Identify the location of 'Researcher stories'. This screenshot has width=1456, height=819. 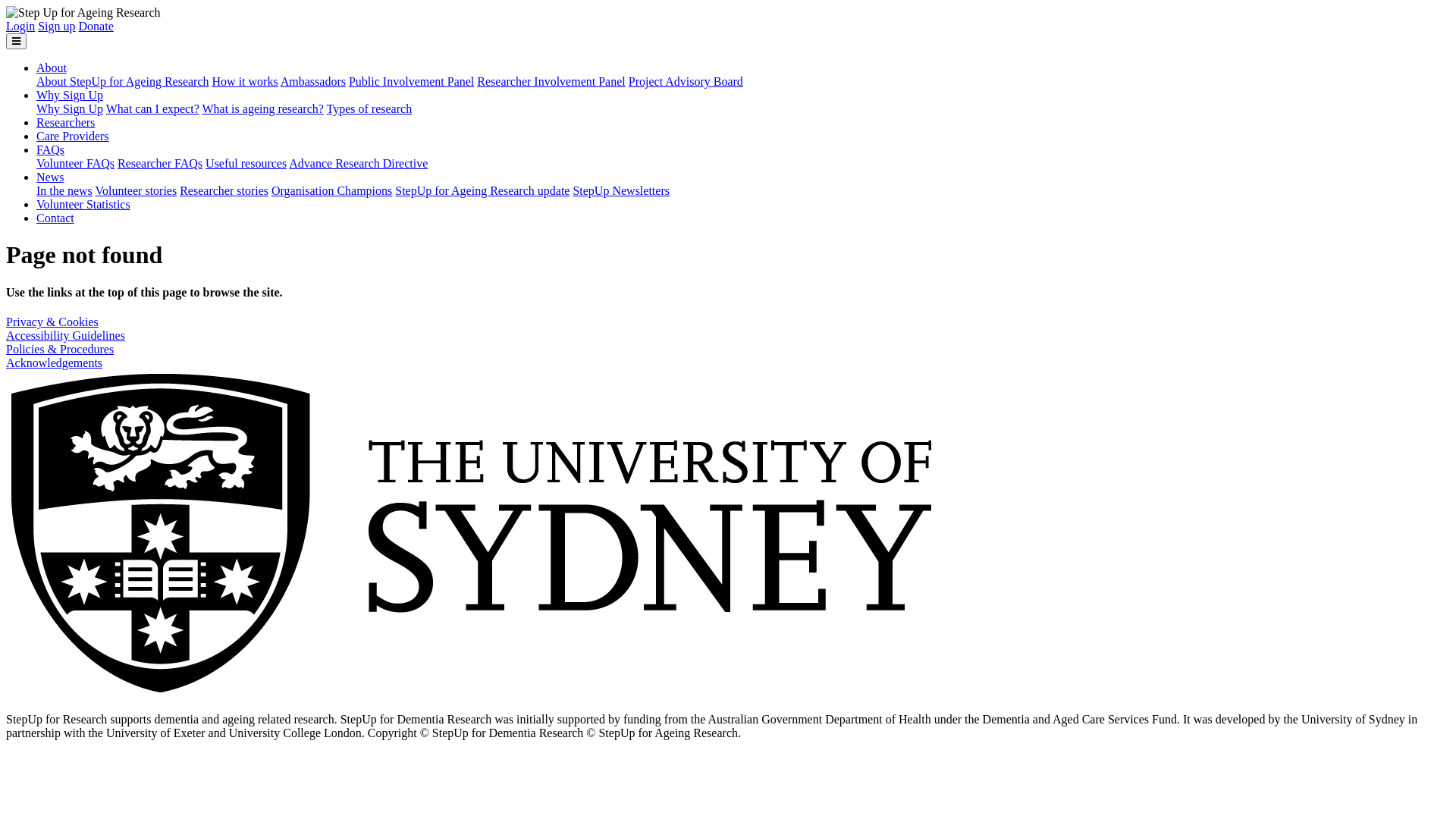
(223, 190).